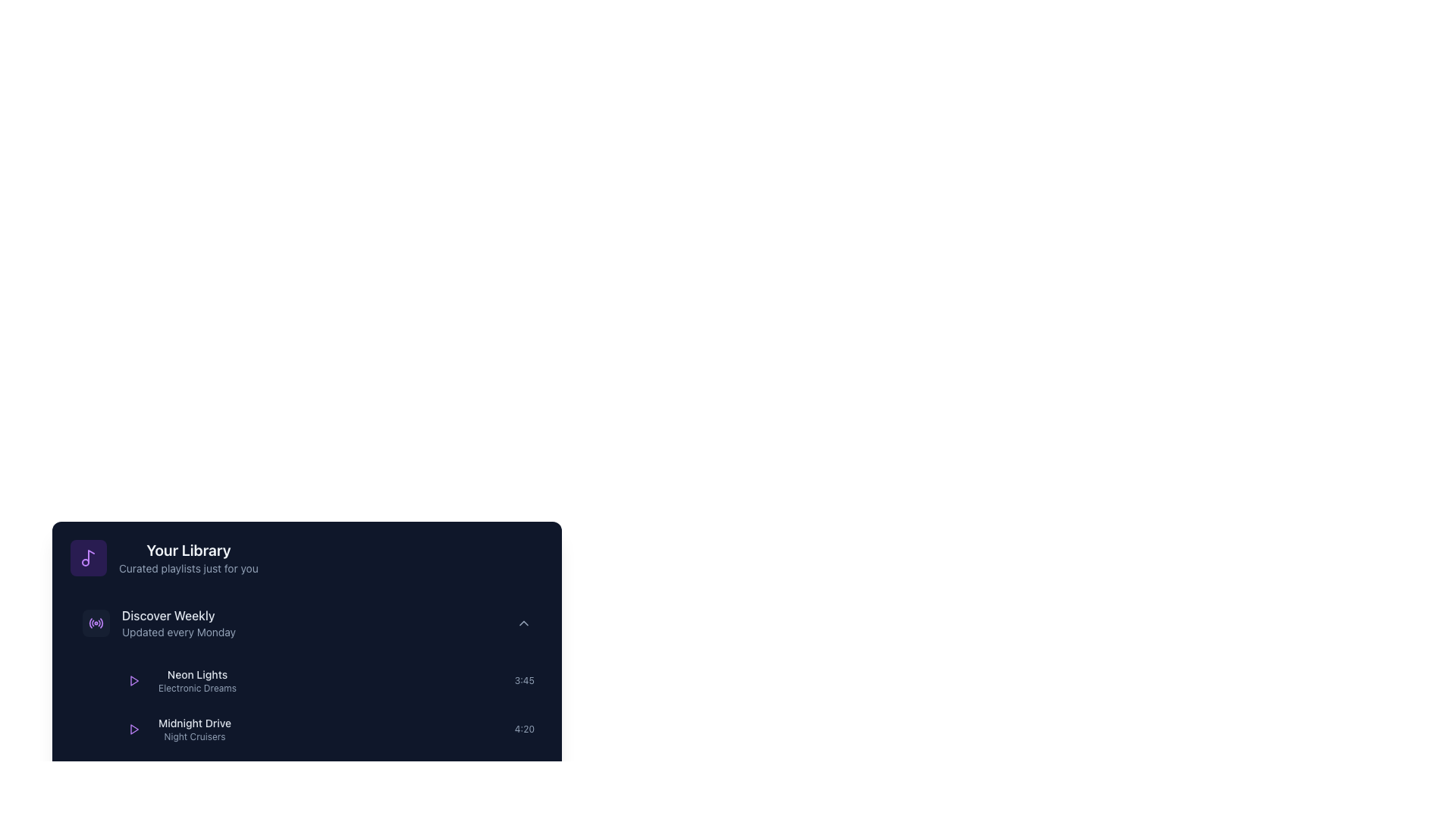 The height and width of the screenshot is (819, 1456). I want to click on the purple play icon styled as a triangle pointing right, located next to the 'Neon Lights' track, so click(134, 680).